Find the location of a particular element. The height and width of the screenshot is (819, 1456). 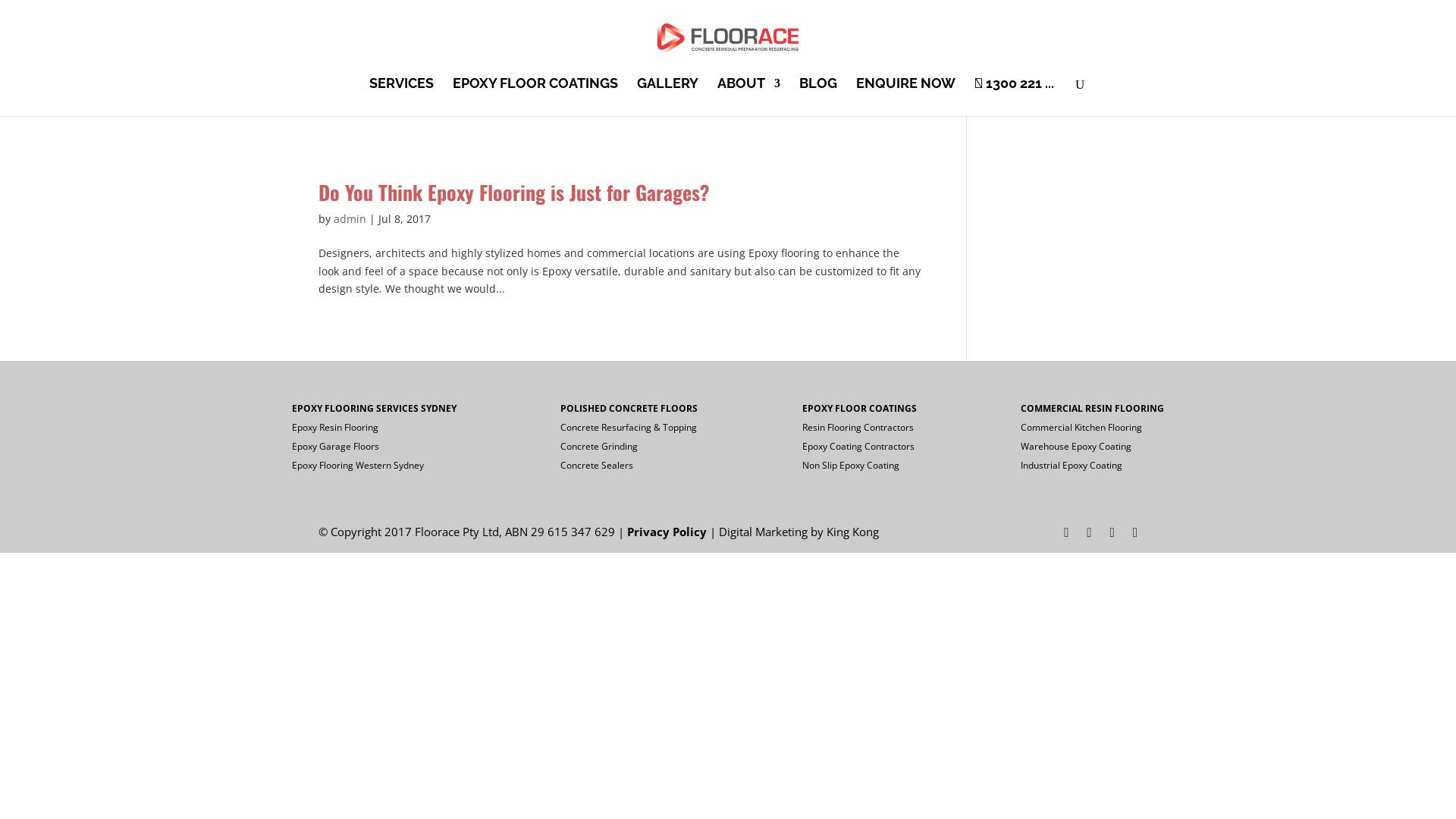

'Epoxy Coating Contractors' is located at coordinates (858, 445).